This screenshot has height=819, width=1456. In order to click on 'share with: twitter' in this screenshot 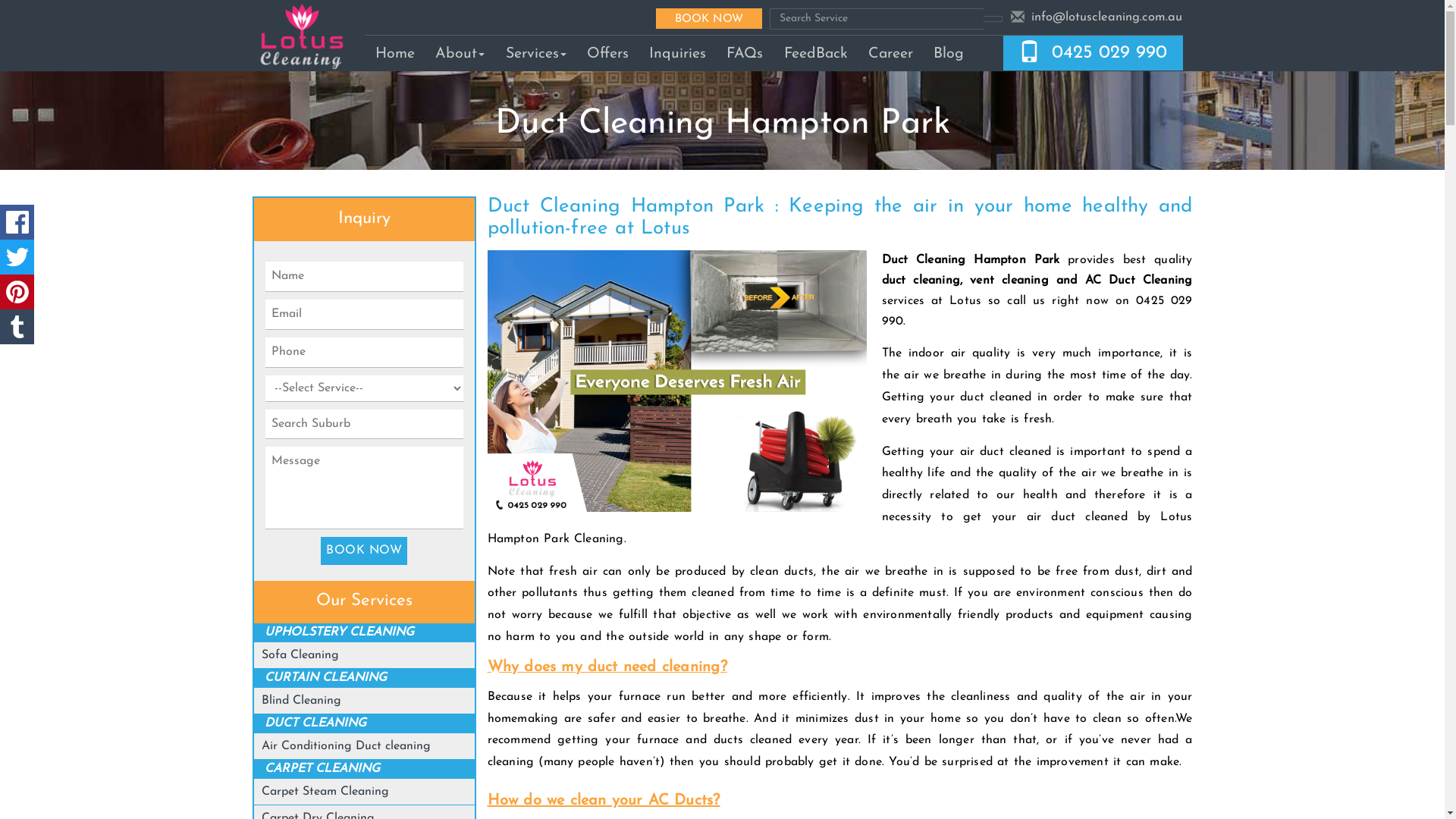, I will do `click(17, 256)`.